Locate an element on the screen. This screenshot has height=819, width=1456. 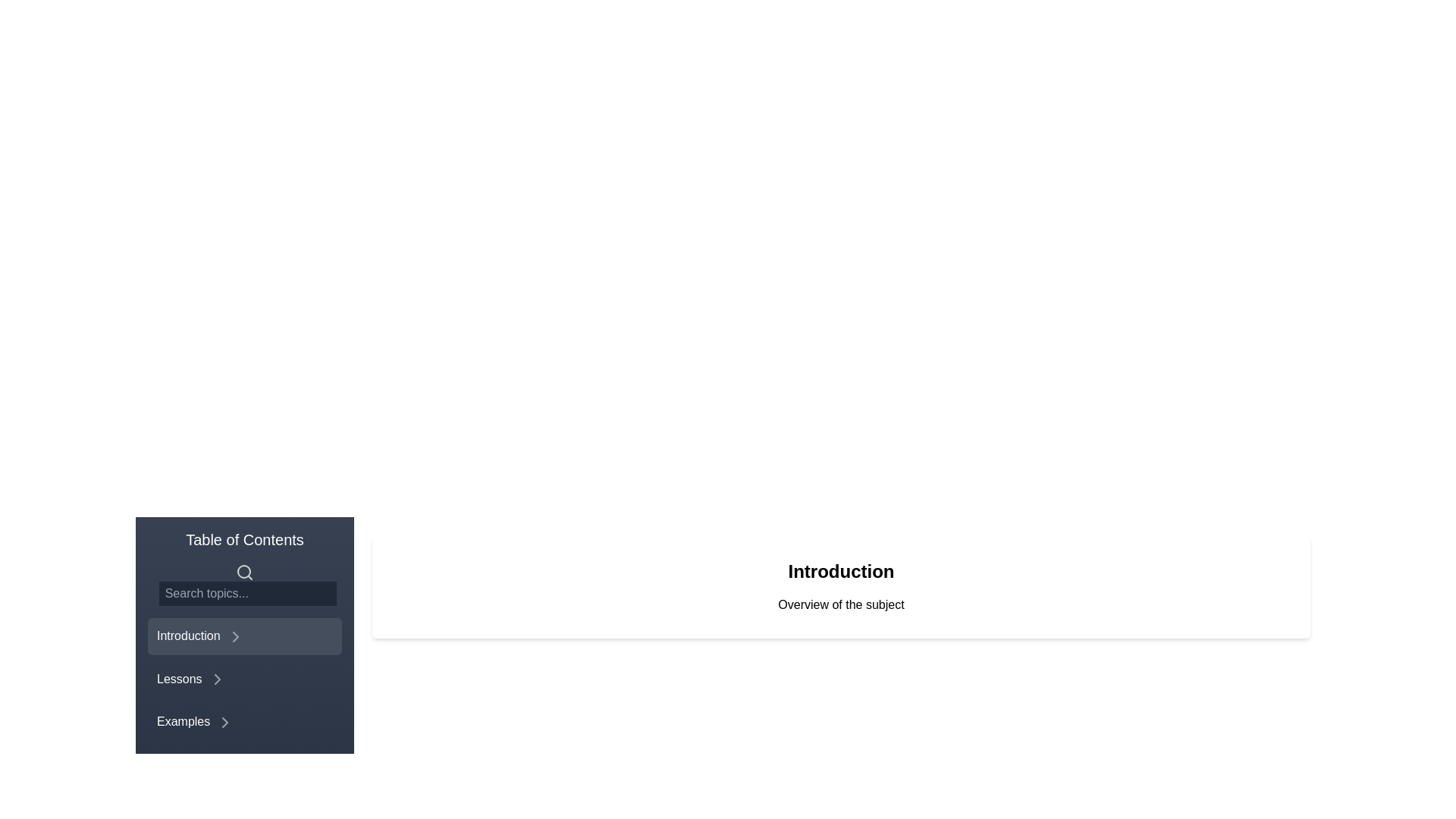
the rightward-pointing chevron icon next to the 'Introduction' menu item is located at coordinates (234, 636).